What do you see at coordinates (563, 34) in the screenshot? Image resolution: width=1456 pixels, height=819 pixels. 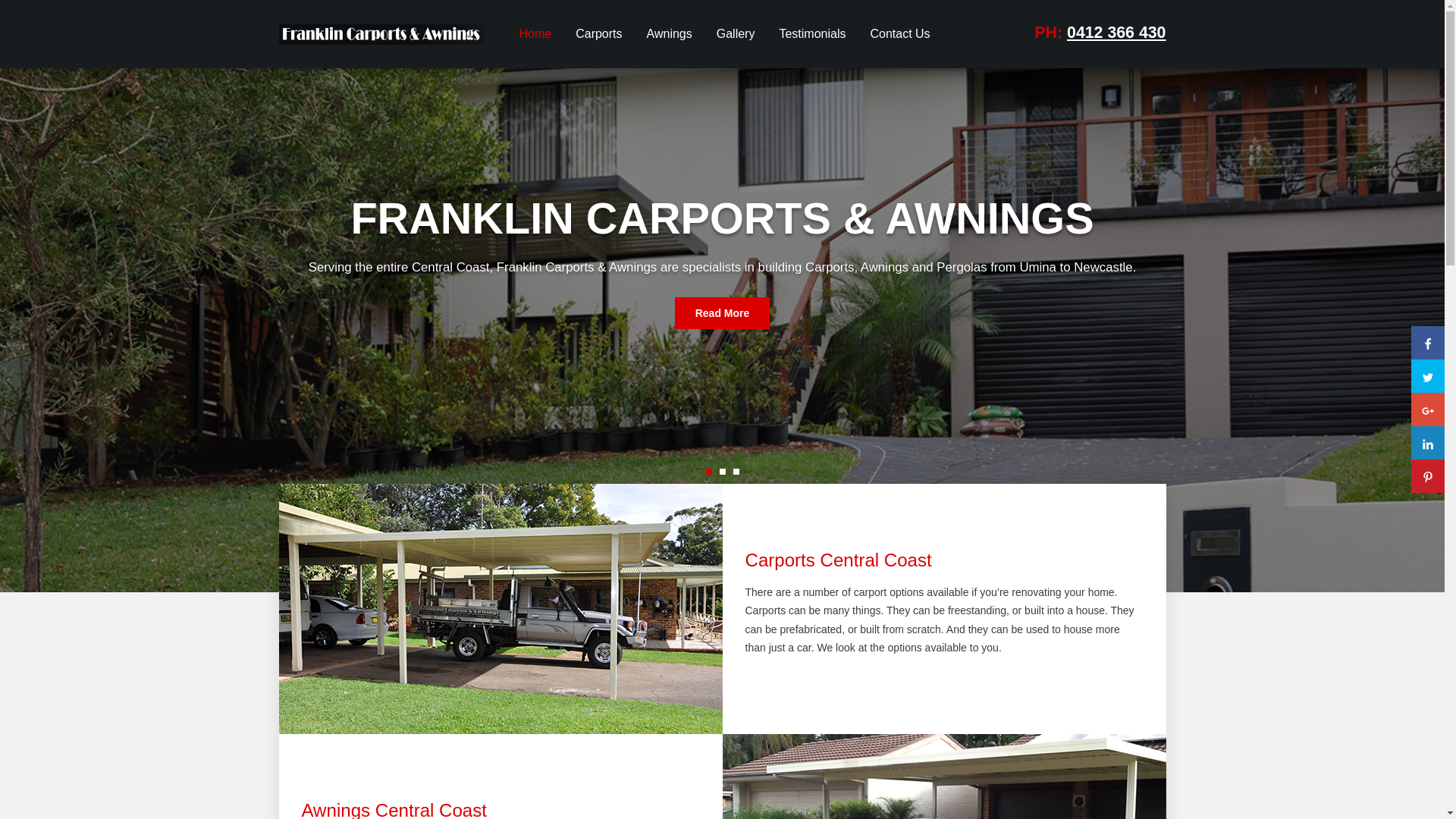 I see `'Carports'` at bounding box center [563, 34].